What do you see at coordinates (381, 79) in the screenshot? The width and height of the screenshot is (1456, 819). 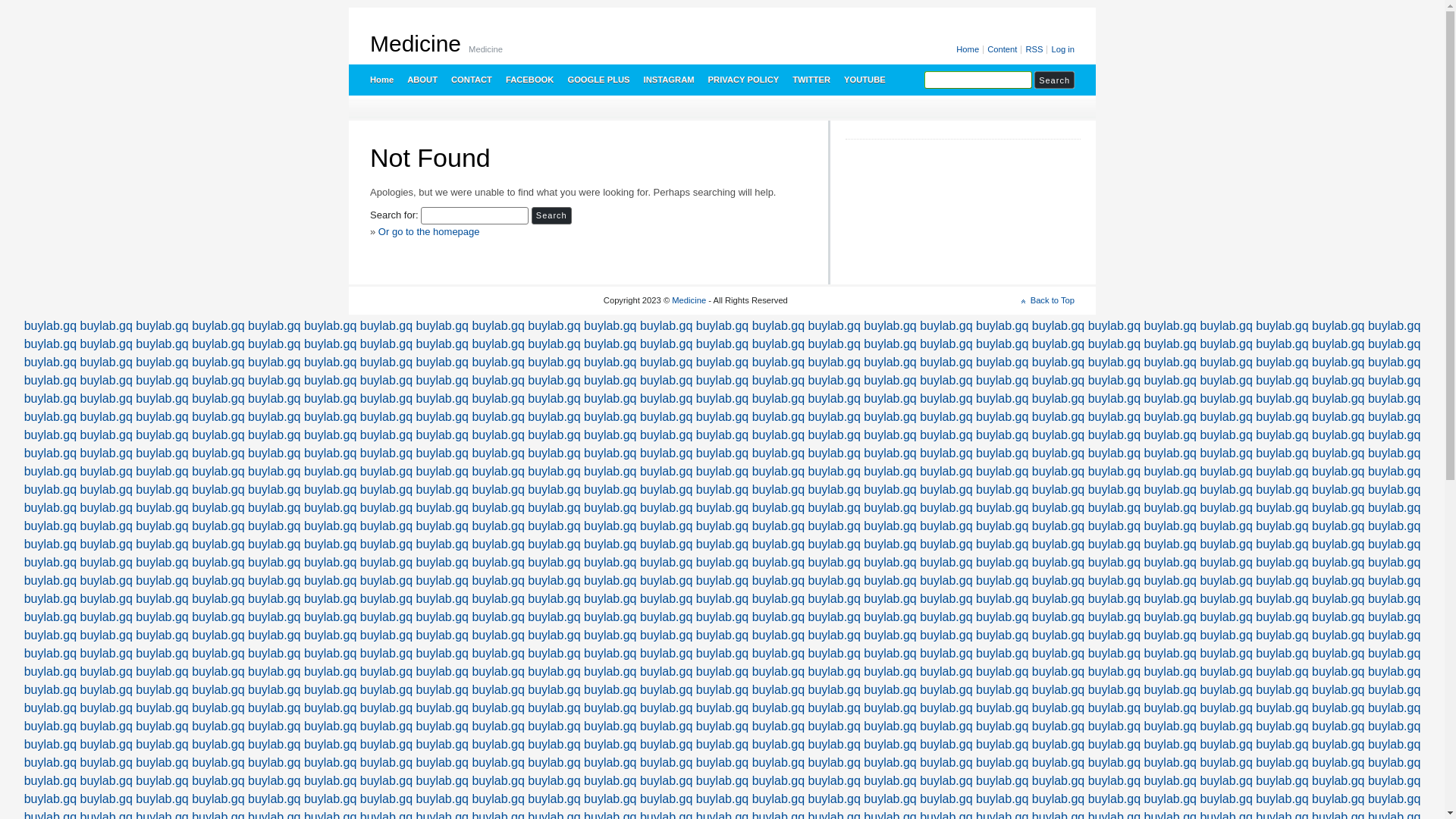 I see `'Home'` at bounding box center [381, 79].